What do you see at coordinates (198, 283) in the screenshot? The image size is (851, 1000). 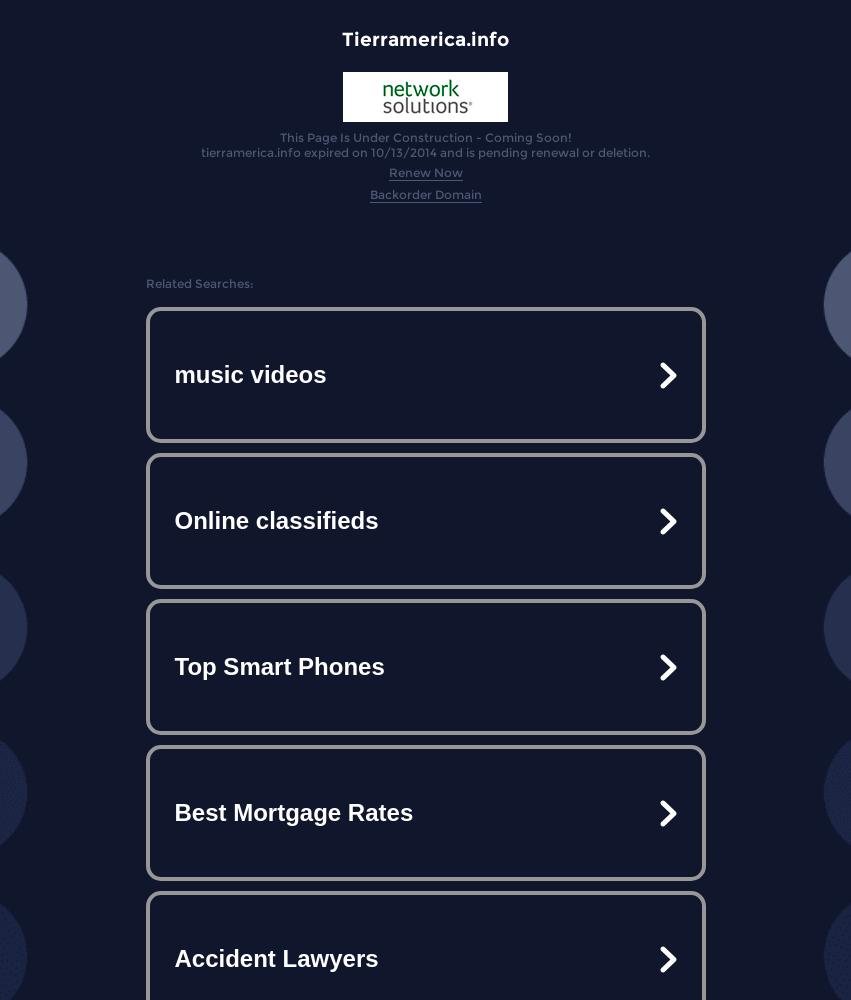 I see `'Related Searches:'` at bounding box center [198, 283].